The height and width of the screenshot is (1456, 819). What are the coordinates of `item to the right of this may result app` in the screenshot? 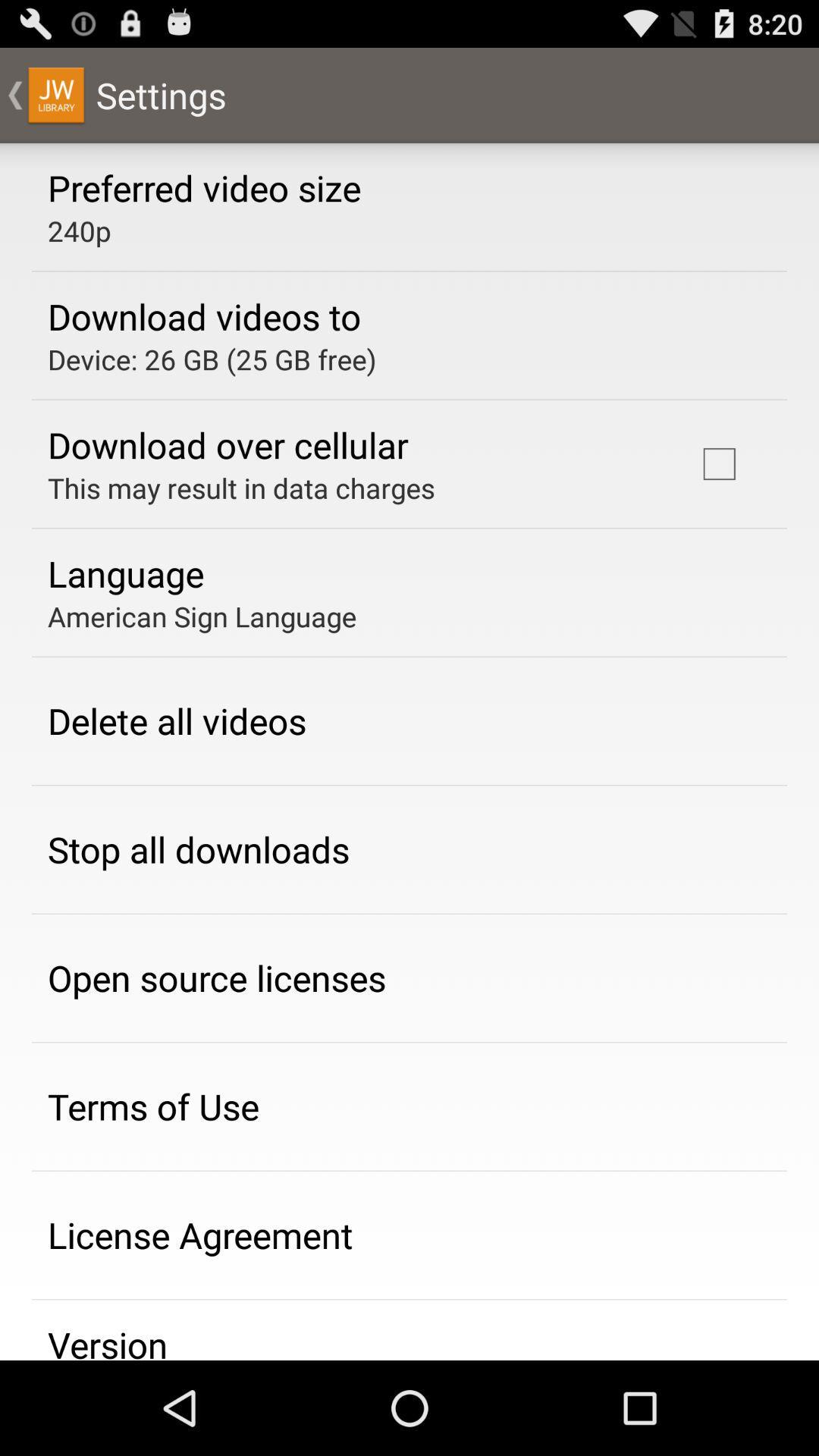 It's located at (718, 463).